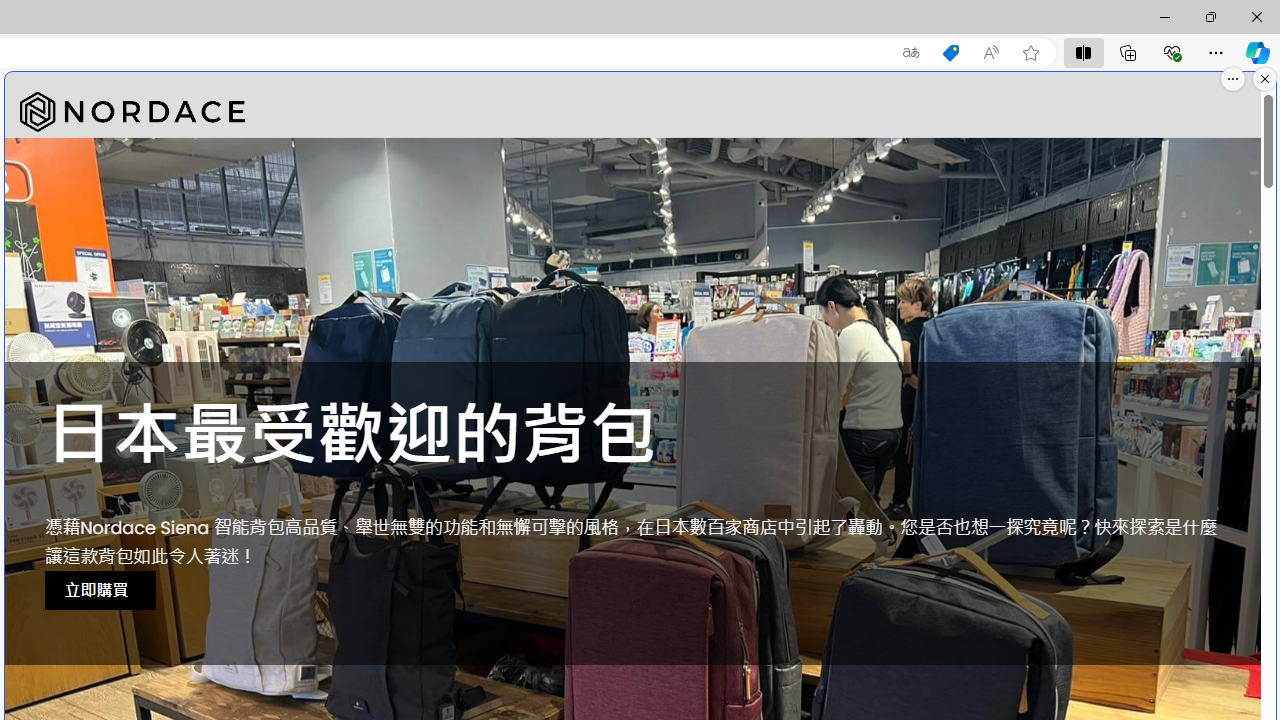 The image size is (1280, 720). I want to click on 'Show translate options', so click(909, 52).